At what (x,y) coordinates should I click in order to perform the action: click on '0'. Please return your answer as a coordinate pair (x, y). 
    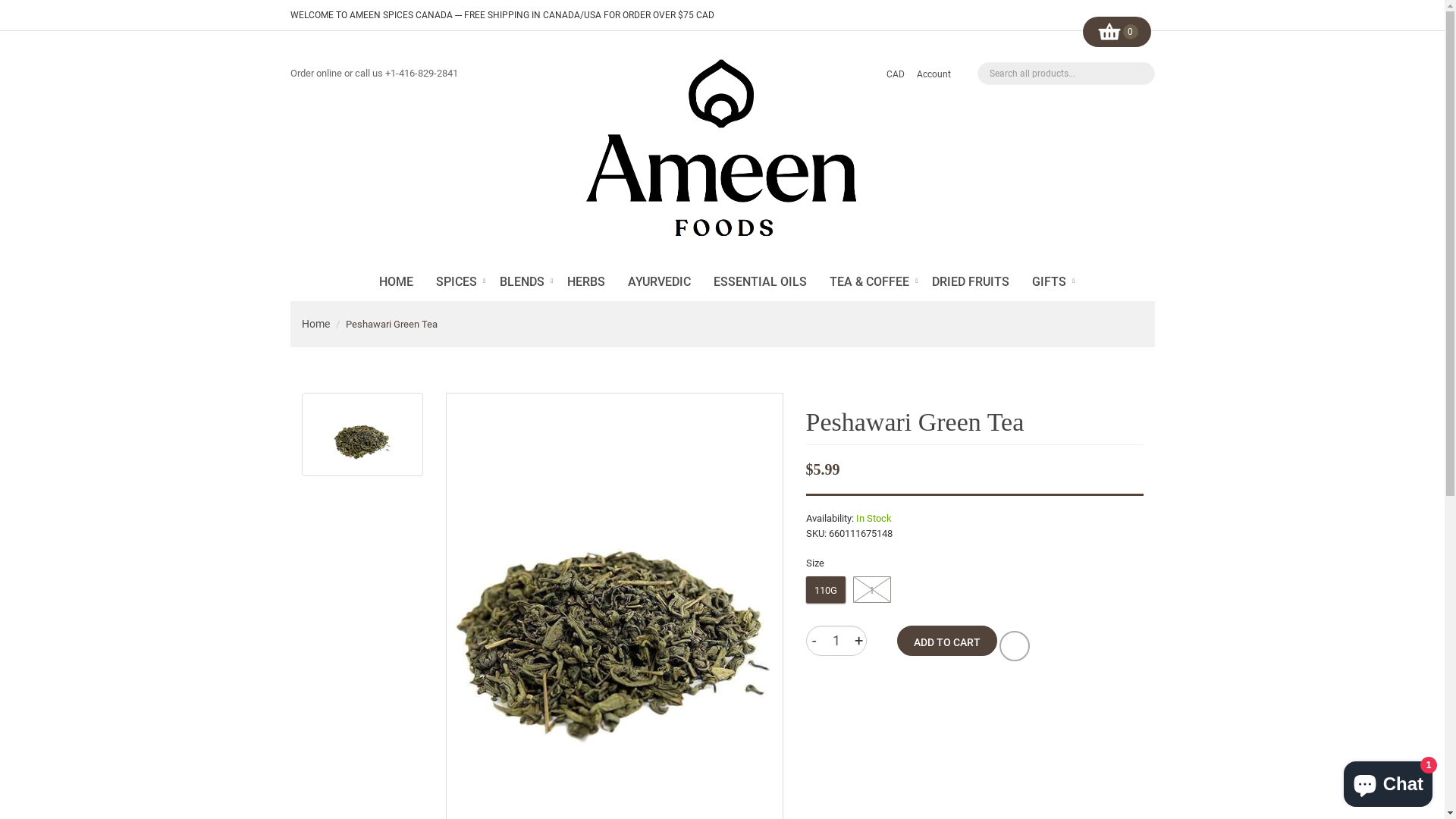
    Looking at the image, I should click on (1117, 32).